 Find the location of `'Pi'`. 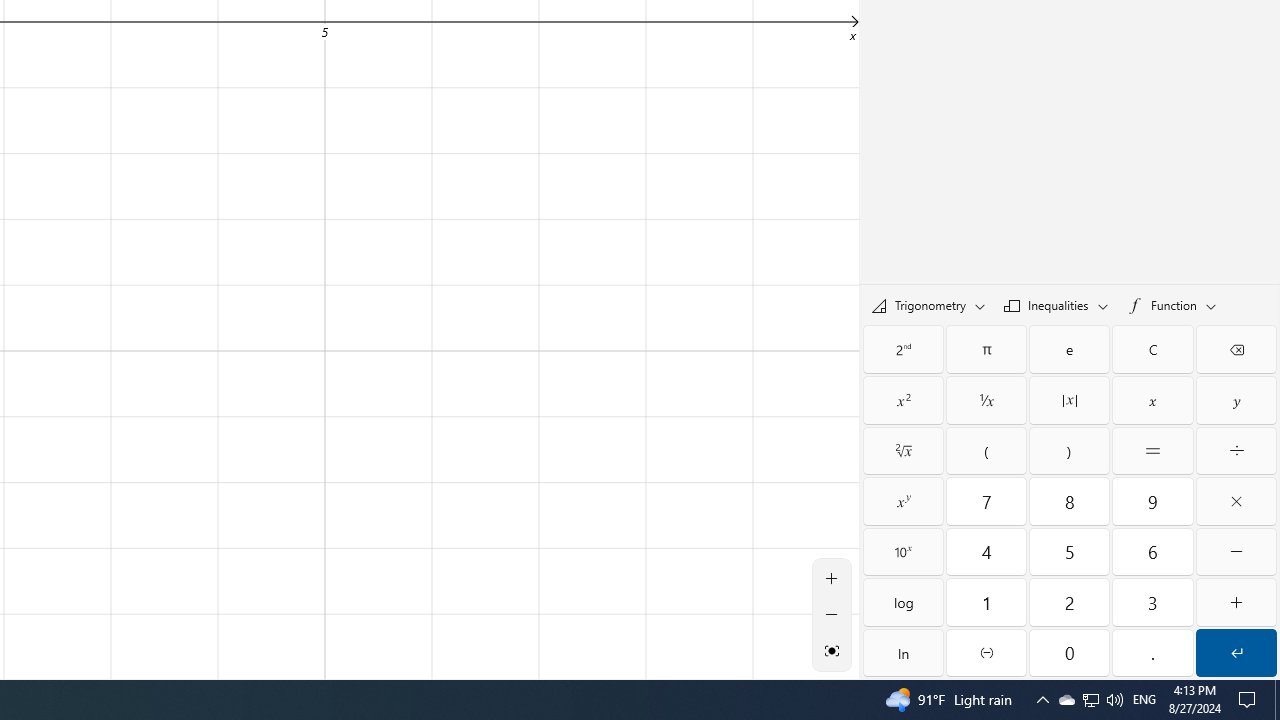

'Pi' is located at coordinates (986, 348).